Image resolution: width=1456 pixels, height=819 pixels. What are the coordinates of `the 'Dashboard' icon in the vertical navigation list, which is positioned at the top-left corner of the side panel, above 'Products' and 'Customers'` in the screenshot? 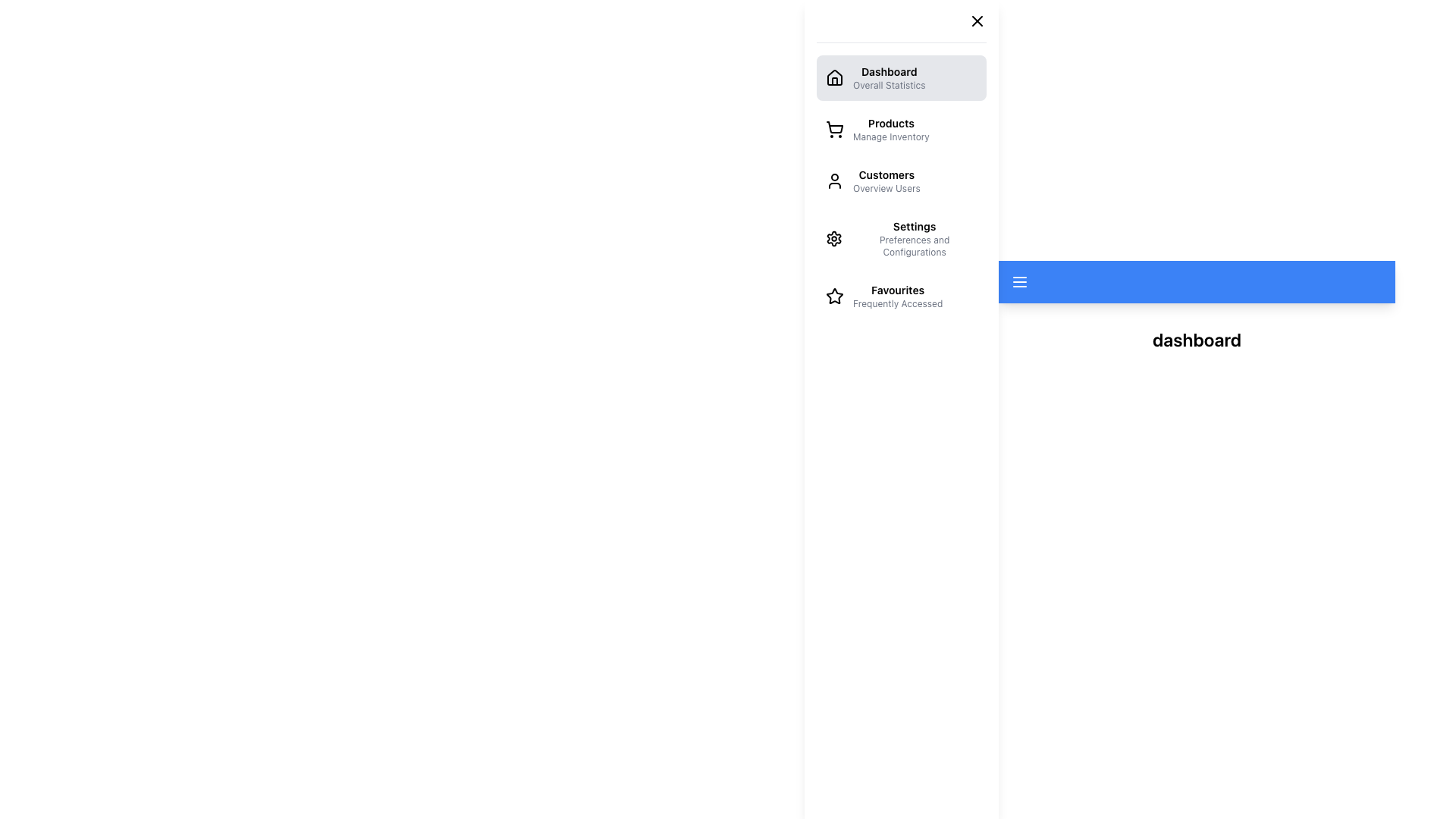 It's located at (833, 78).